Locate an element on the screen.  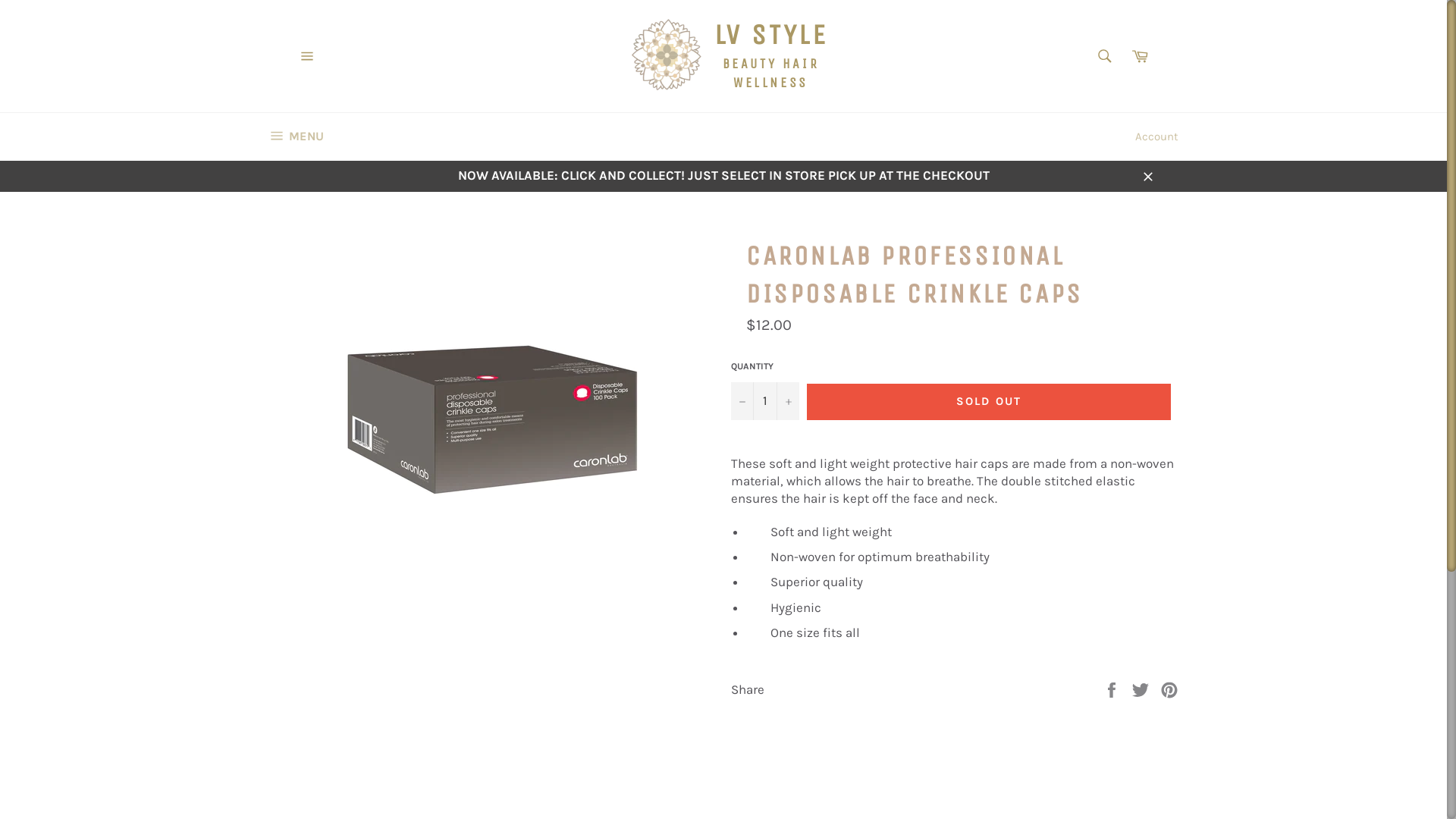
'Pin on Pinterest' is located at coordinates (1168, 689).